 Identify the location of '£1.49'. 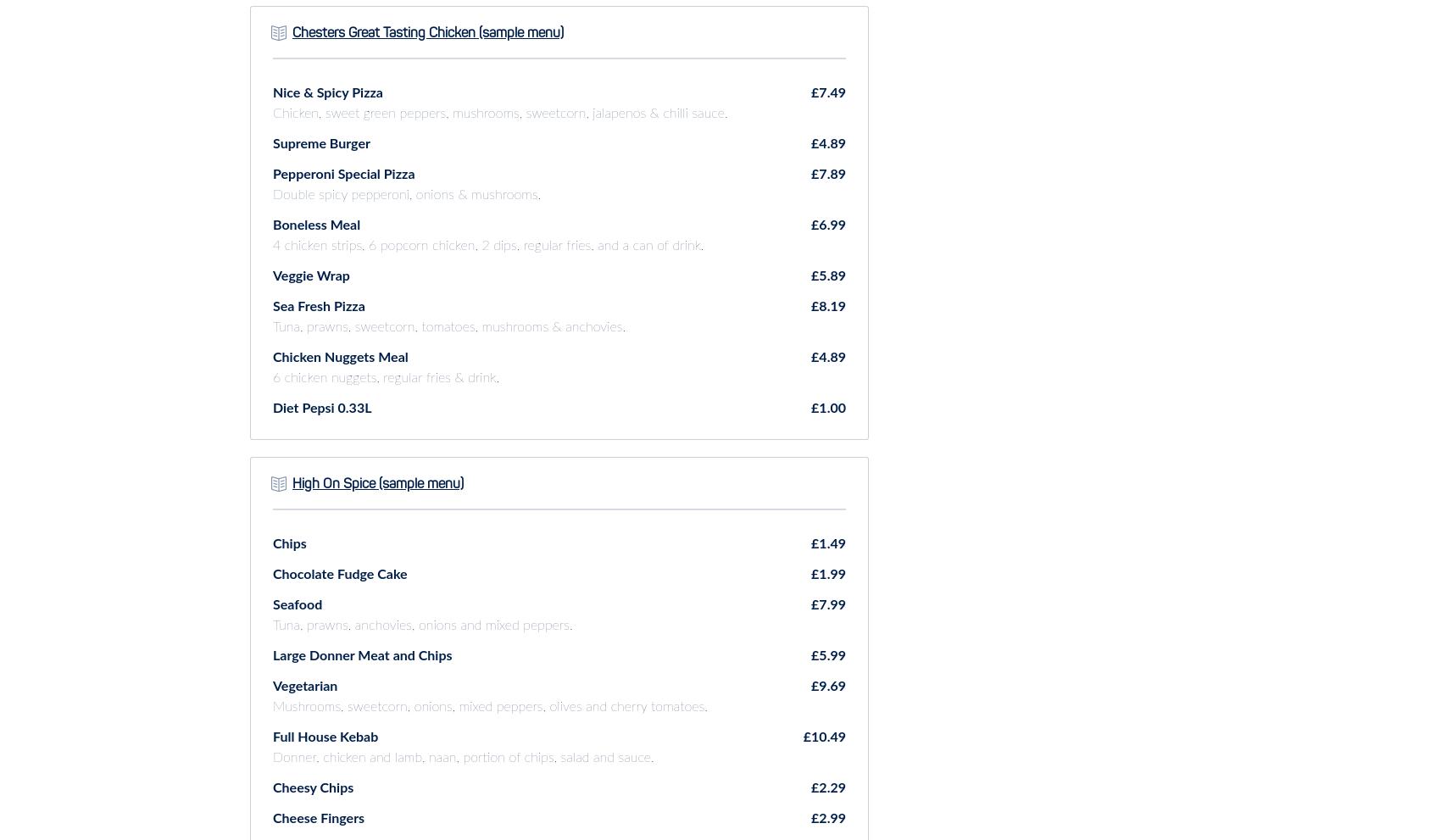
(827, 542).